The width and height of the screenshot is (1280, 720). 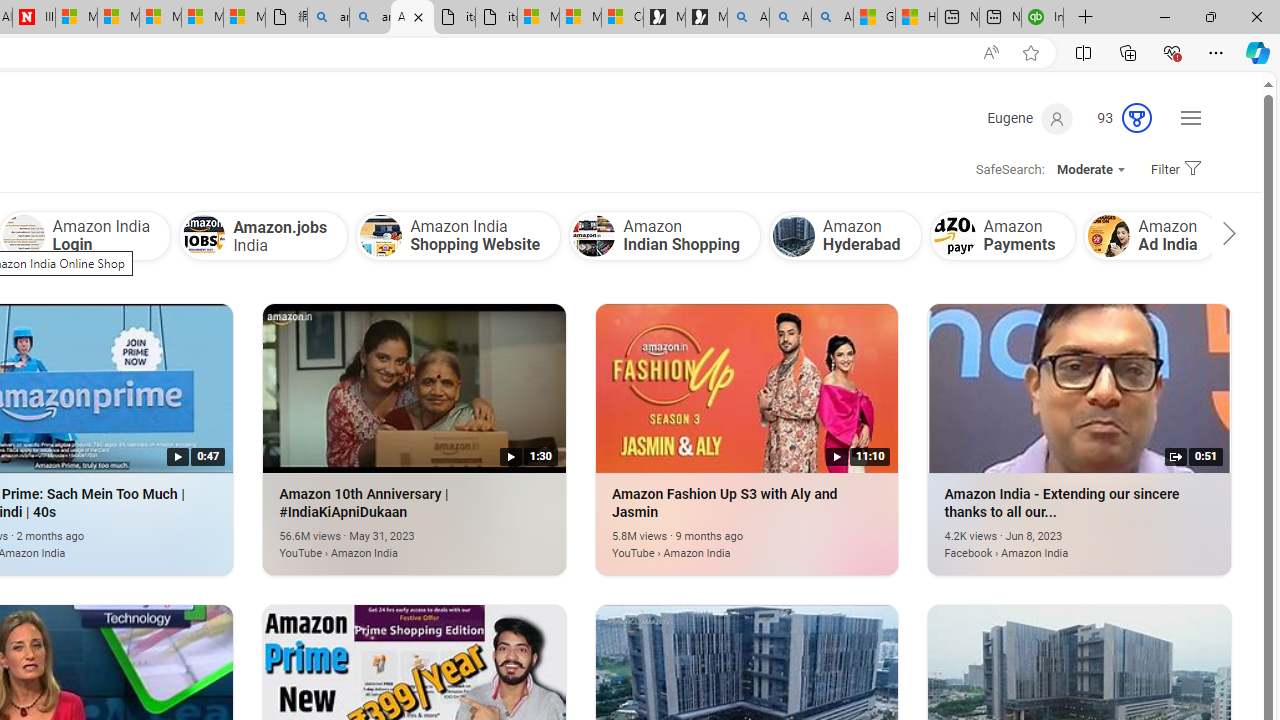 I want to click on 'Amazon India Shopping Website', so click(x=457, y=234).